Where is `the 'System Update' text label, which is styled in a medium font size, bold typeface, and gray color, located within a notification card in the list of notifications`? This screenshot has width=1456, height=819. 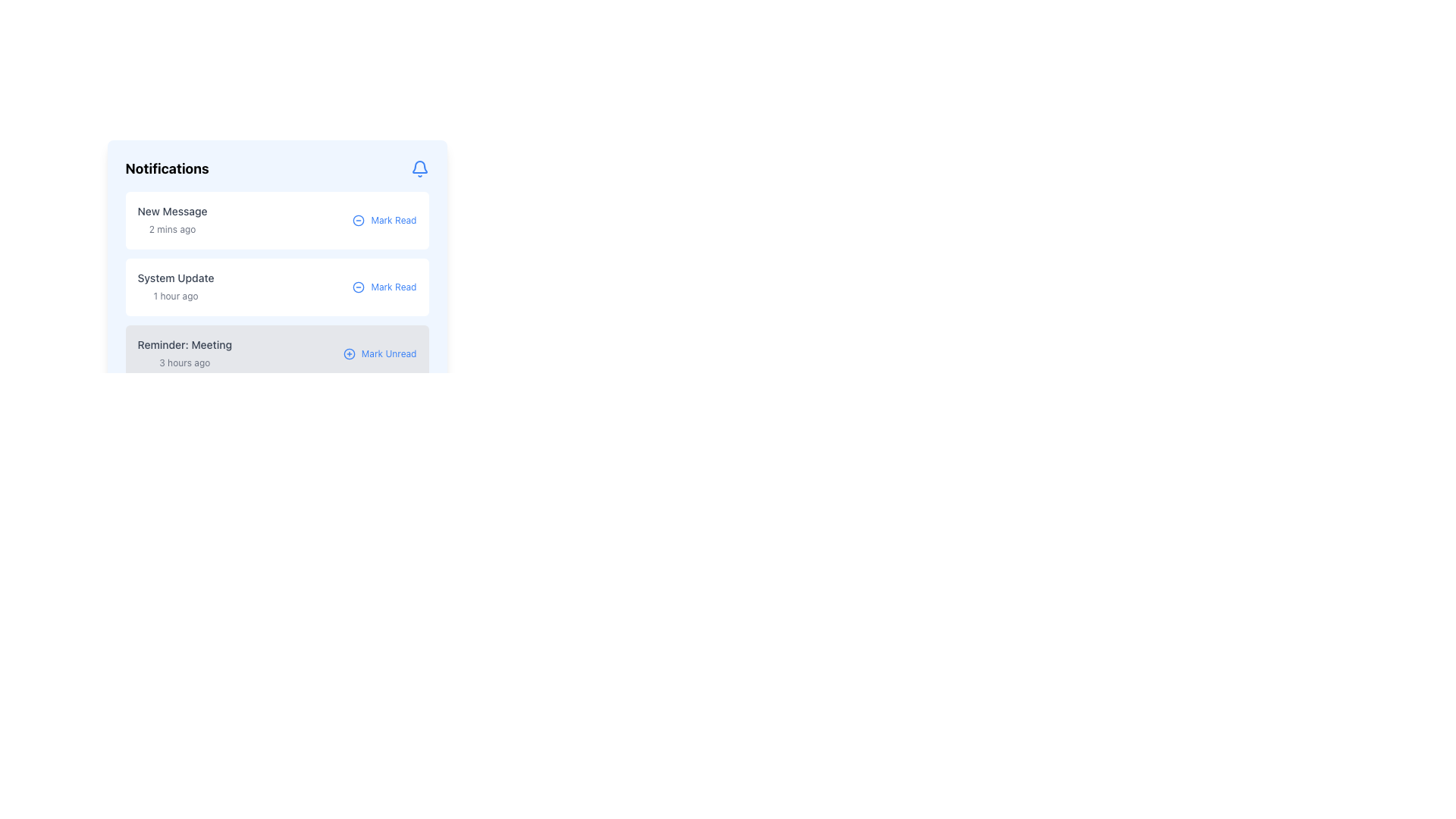
the 'System Update' text label, which is styled in a medium font size, bold typeface, and gray color, located within a notification card in the list of notifications is located at coordinates (176, 278).